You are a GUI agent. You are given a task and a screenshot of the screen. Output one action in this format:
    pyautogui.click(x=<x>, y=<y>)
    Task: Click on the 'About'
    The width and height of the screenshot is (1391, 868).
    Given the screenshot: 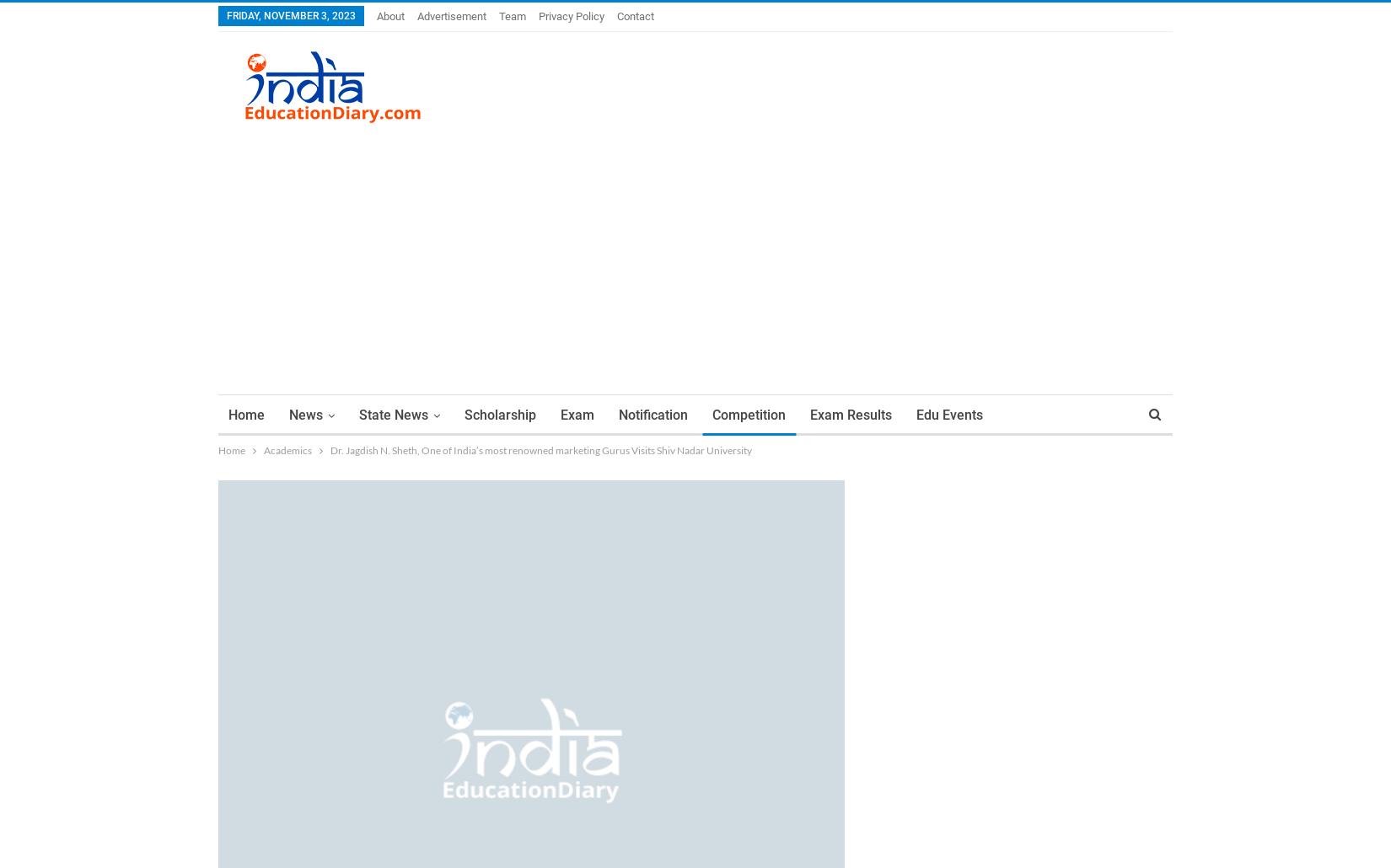 What is the action you would take?
    pyautogui.click(x=375, y=16)
    